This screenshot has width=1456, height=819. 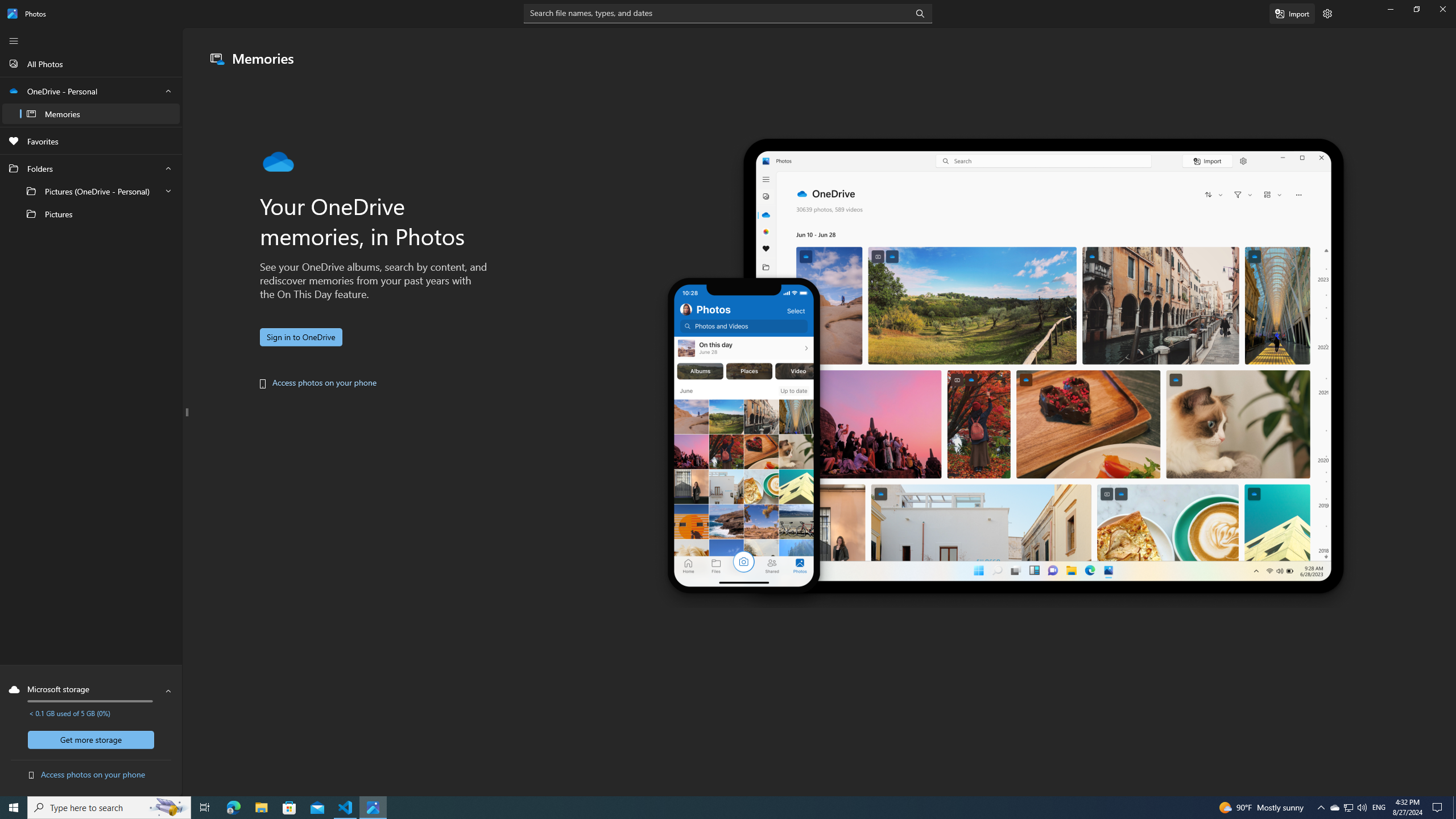 What do you see at coordinates (1347, 806) in the screenshot?
I see `'User Promoted Notification Area'` at bounding box center [1347, 806].